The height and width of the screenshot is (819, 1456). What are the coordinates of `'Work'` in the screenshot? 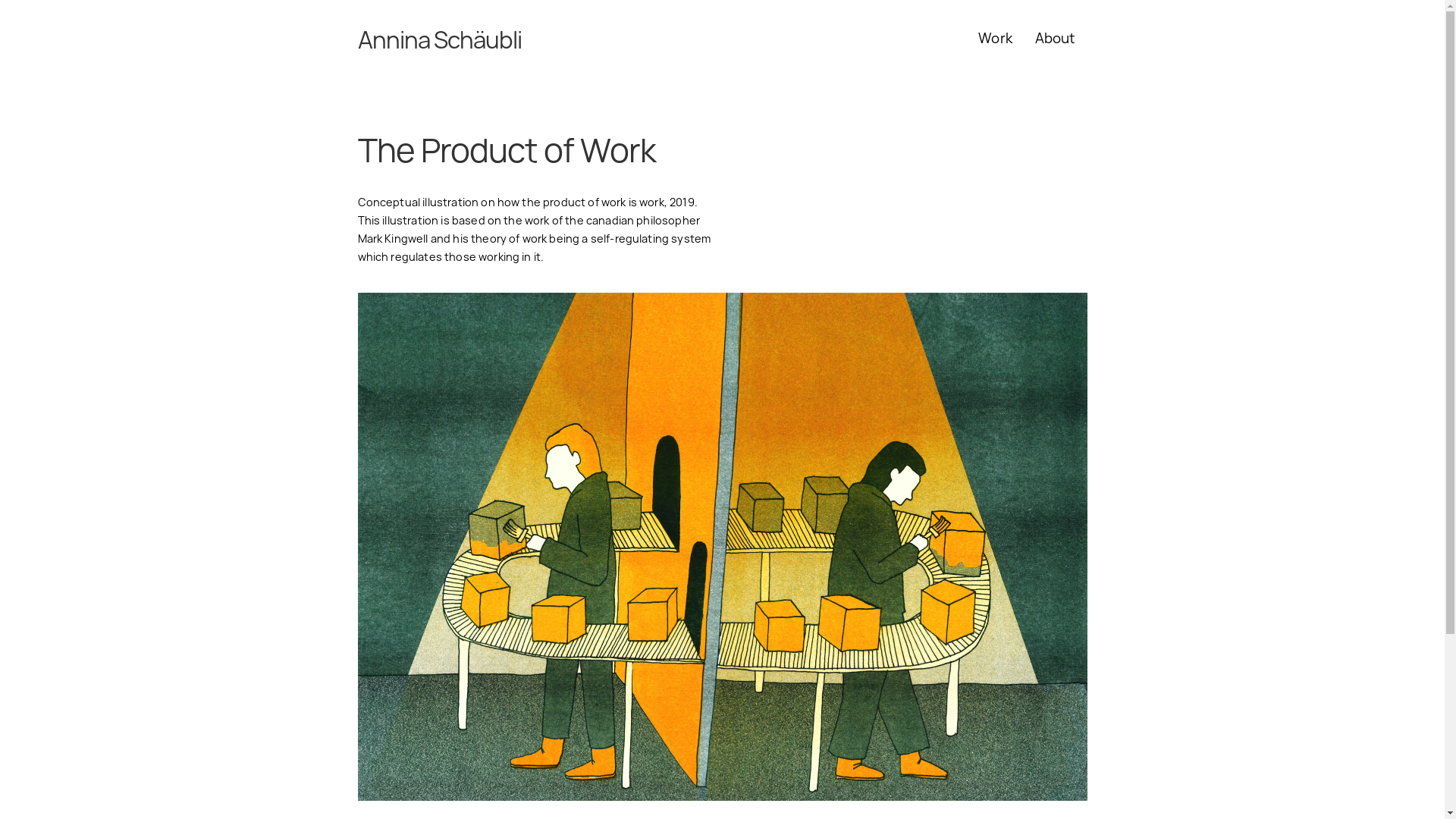 It's located at (995, 37).